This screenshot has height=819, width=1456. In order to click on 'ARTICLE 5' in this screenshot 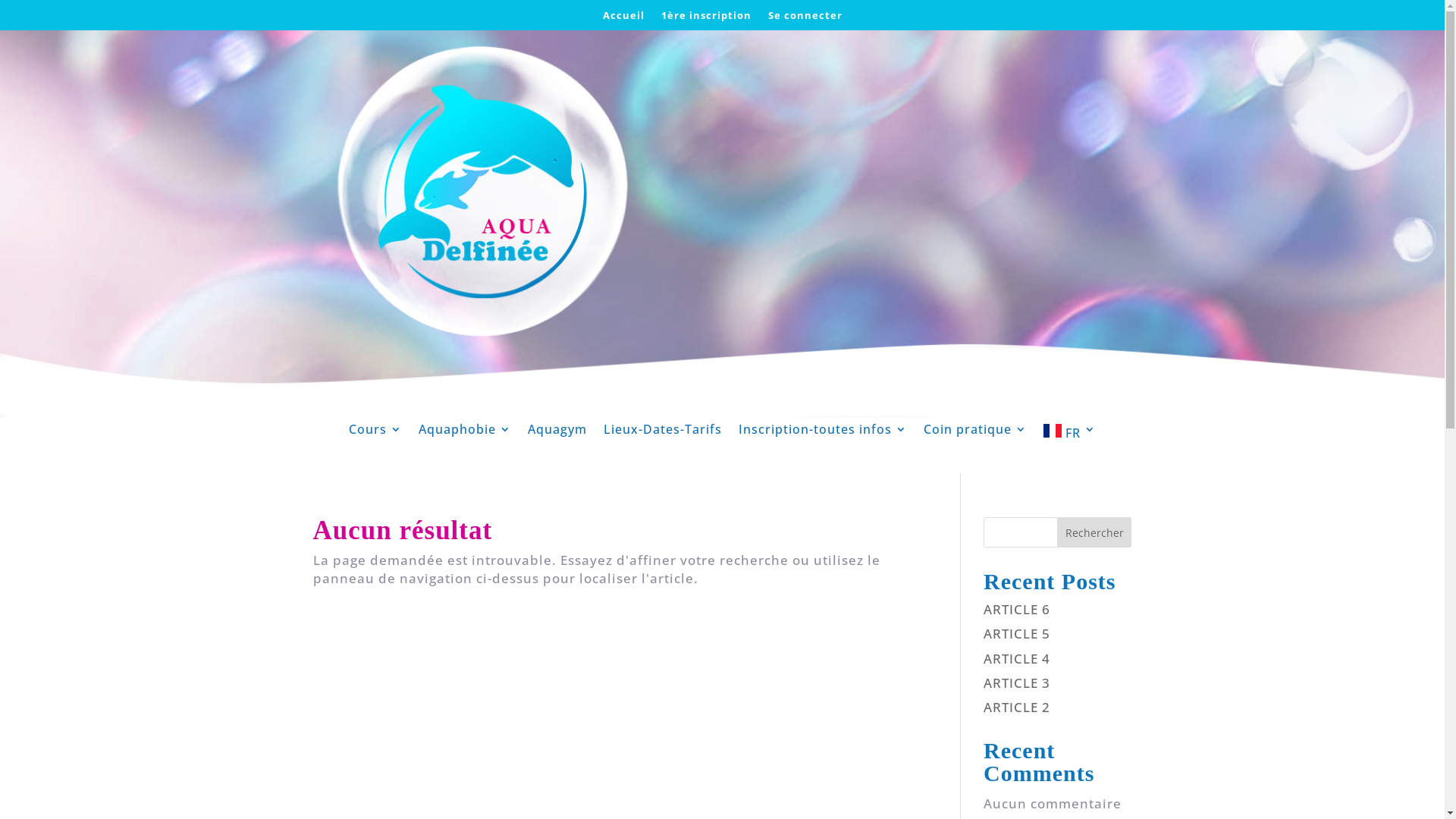, I will do `click(1016, 633)`.